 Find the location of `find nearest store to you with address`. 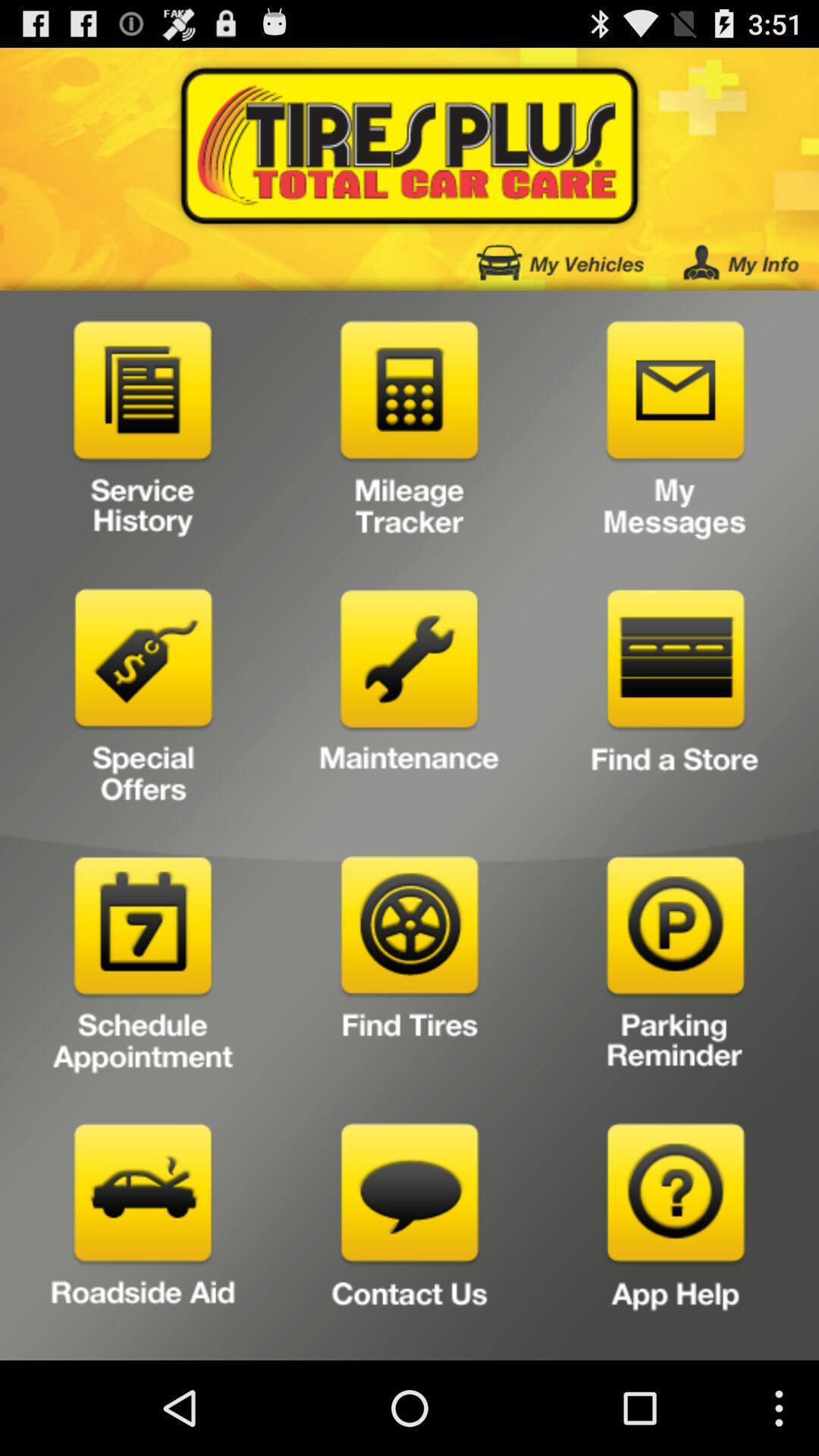

find nearest store to you with address is located at coordinates (675, 701).